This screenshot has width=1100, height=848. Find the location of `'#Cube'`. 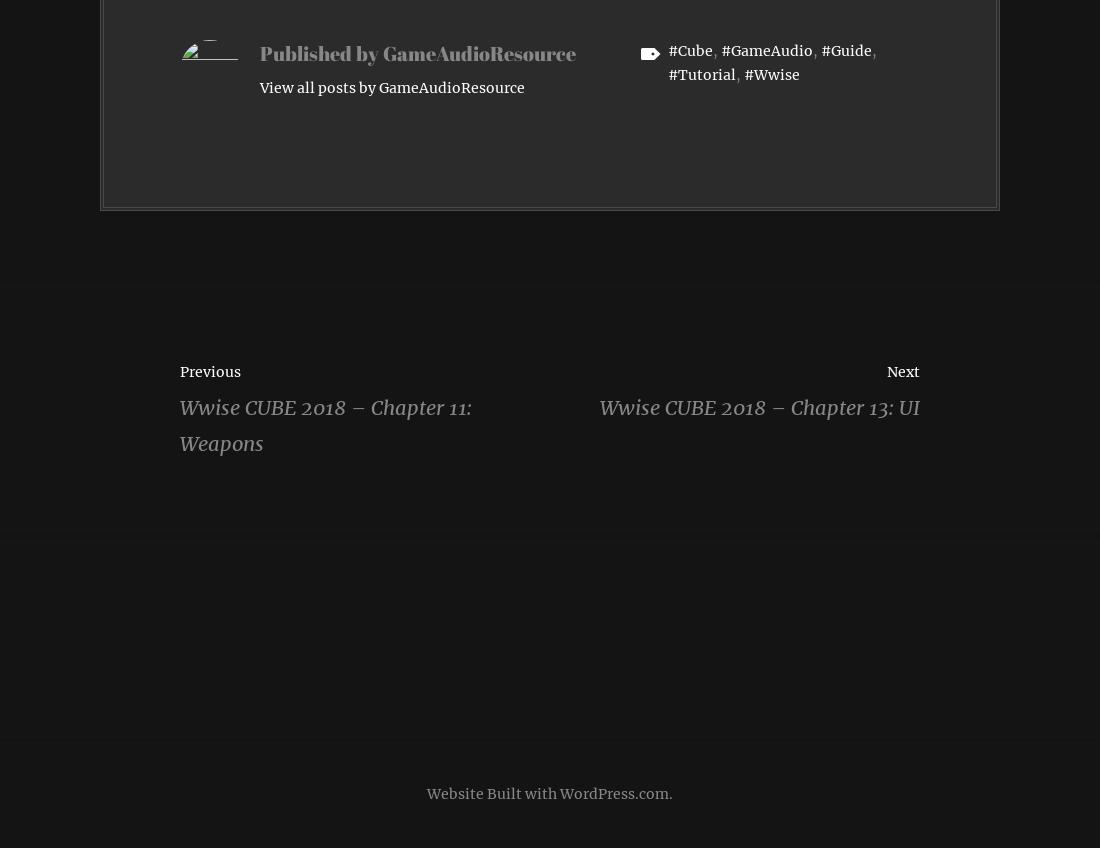

'#Cube' is located at coordinates (689, 49).